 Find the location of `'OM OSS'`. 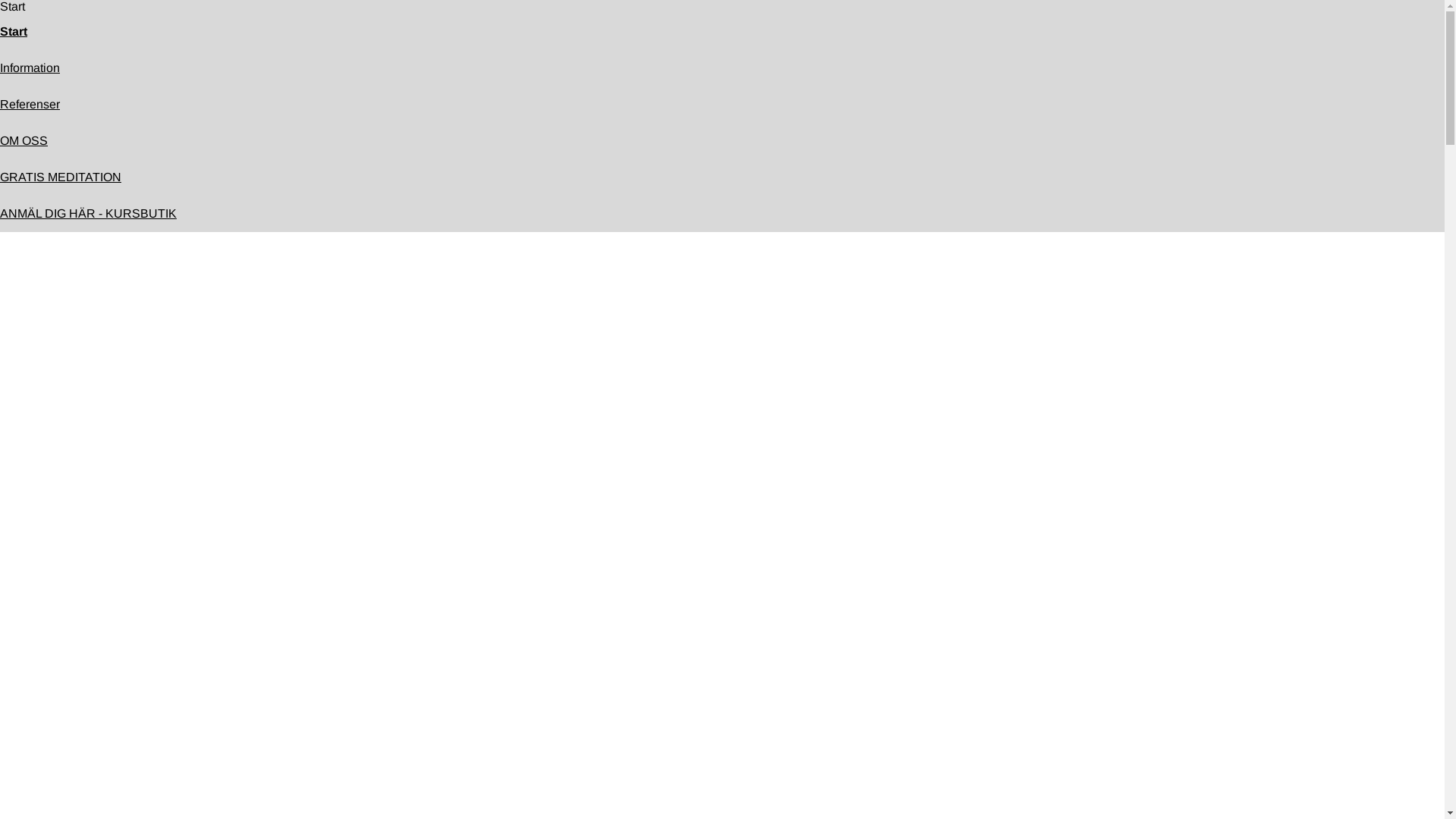

'OM OSS' is located at coordinates (24, 140).